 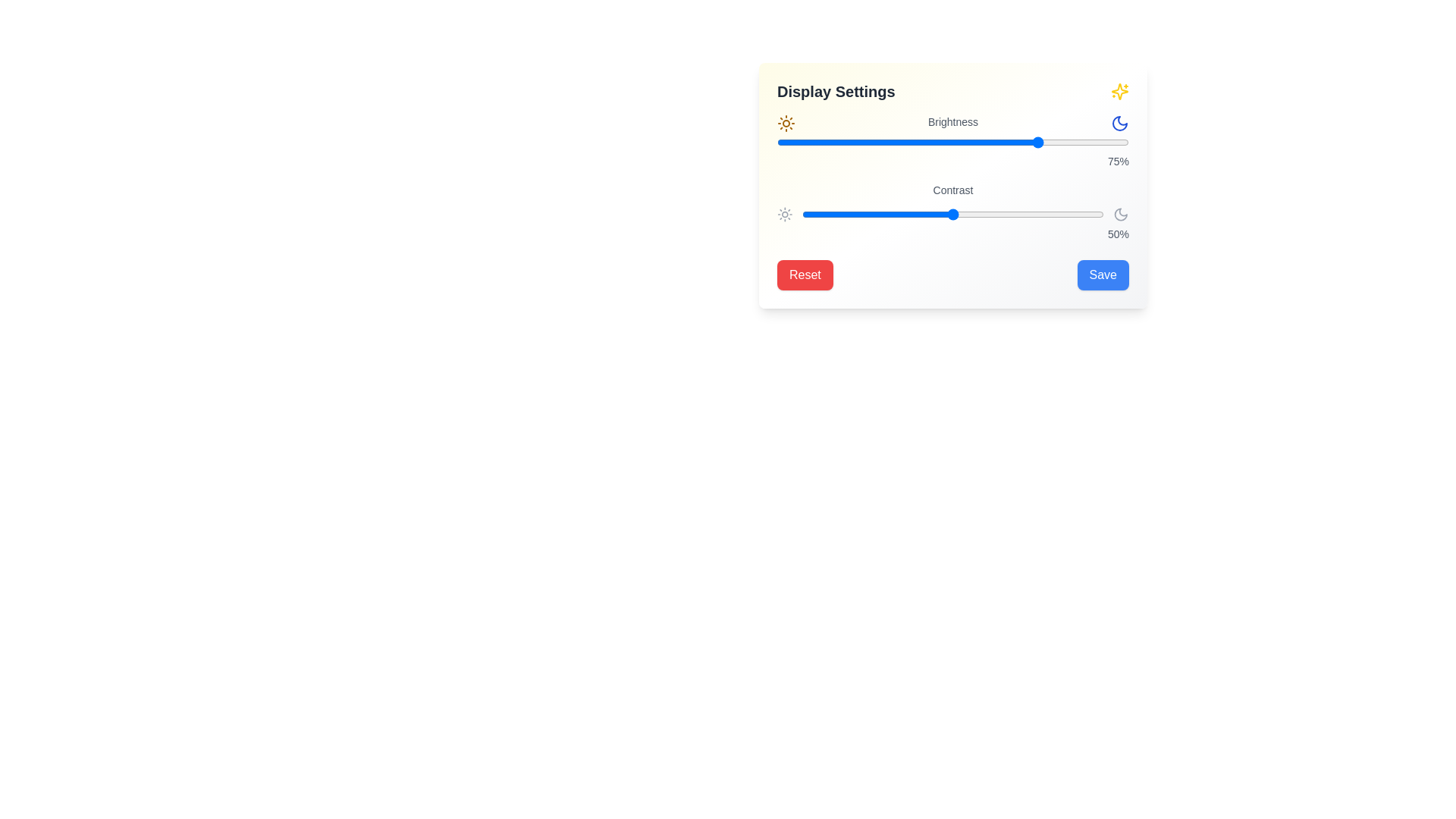 What do you see at coordinates (1043, 214) in the screenshot?
I see `the contrast` at bounding box center [1043, 214].